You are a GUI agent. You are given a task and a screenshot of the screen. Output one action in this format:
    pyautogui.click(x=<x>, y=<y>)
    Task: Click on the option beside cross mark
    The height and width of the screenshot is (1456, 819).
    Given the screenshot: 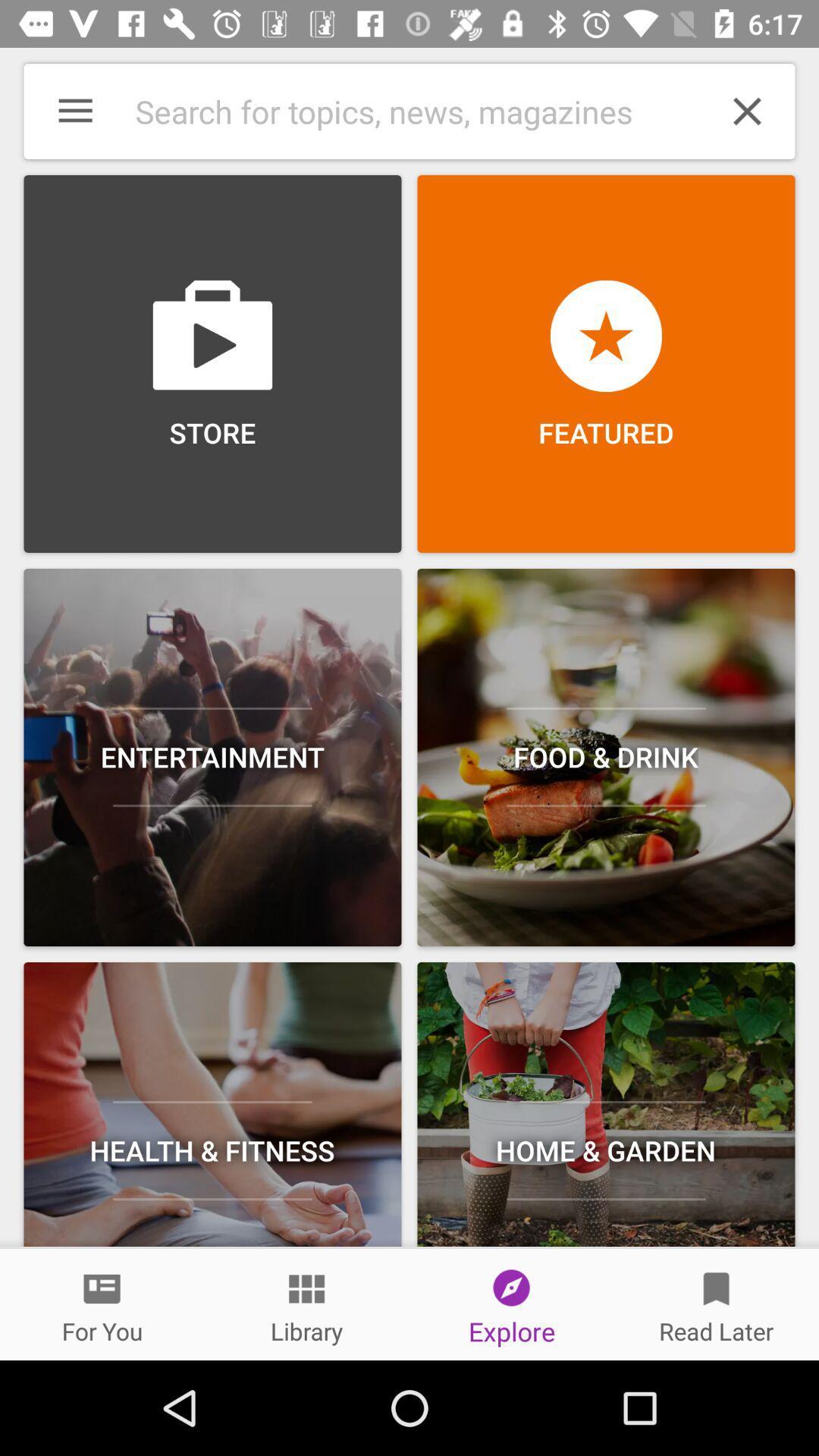 What is the action you would take?
    pyautogui.click(x=400, y=111)
    